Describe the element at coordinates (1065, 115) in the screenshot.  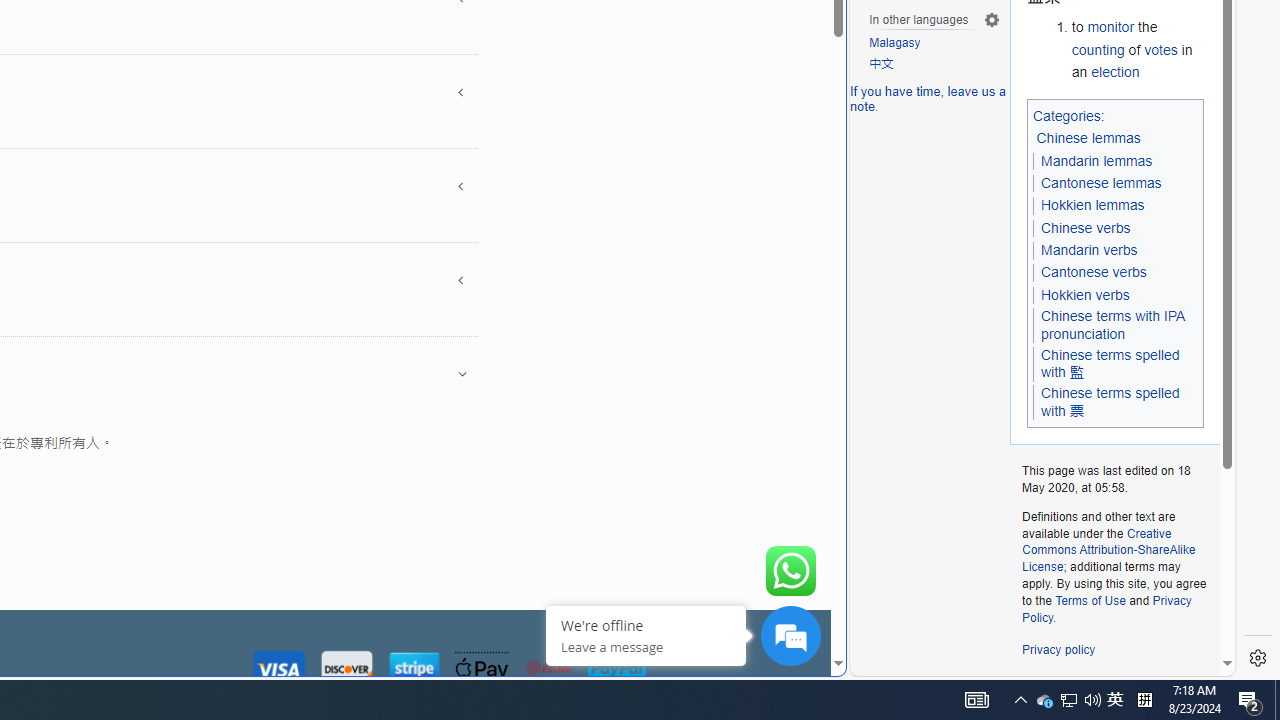
I see `'Categories'` at that location.